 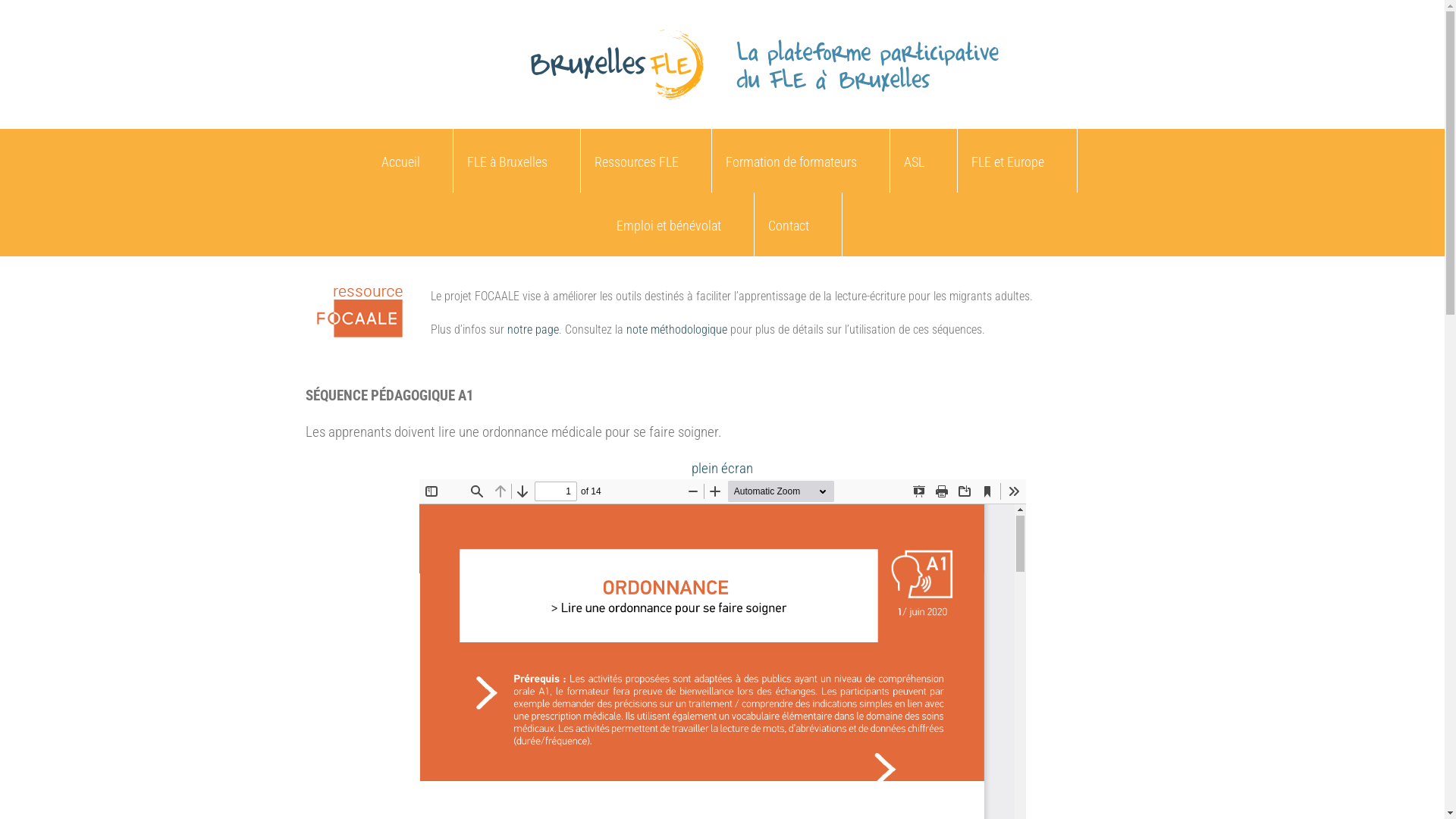 What do you see at coordinates (787, 224) in the screenshot?
I see `'Contact'` at bounding box center [787, 224].